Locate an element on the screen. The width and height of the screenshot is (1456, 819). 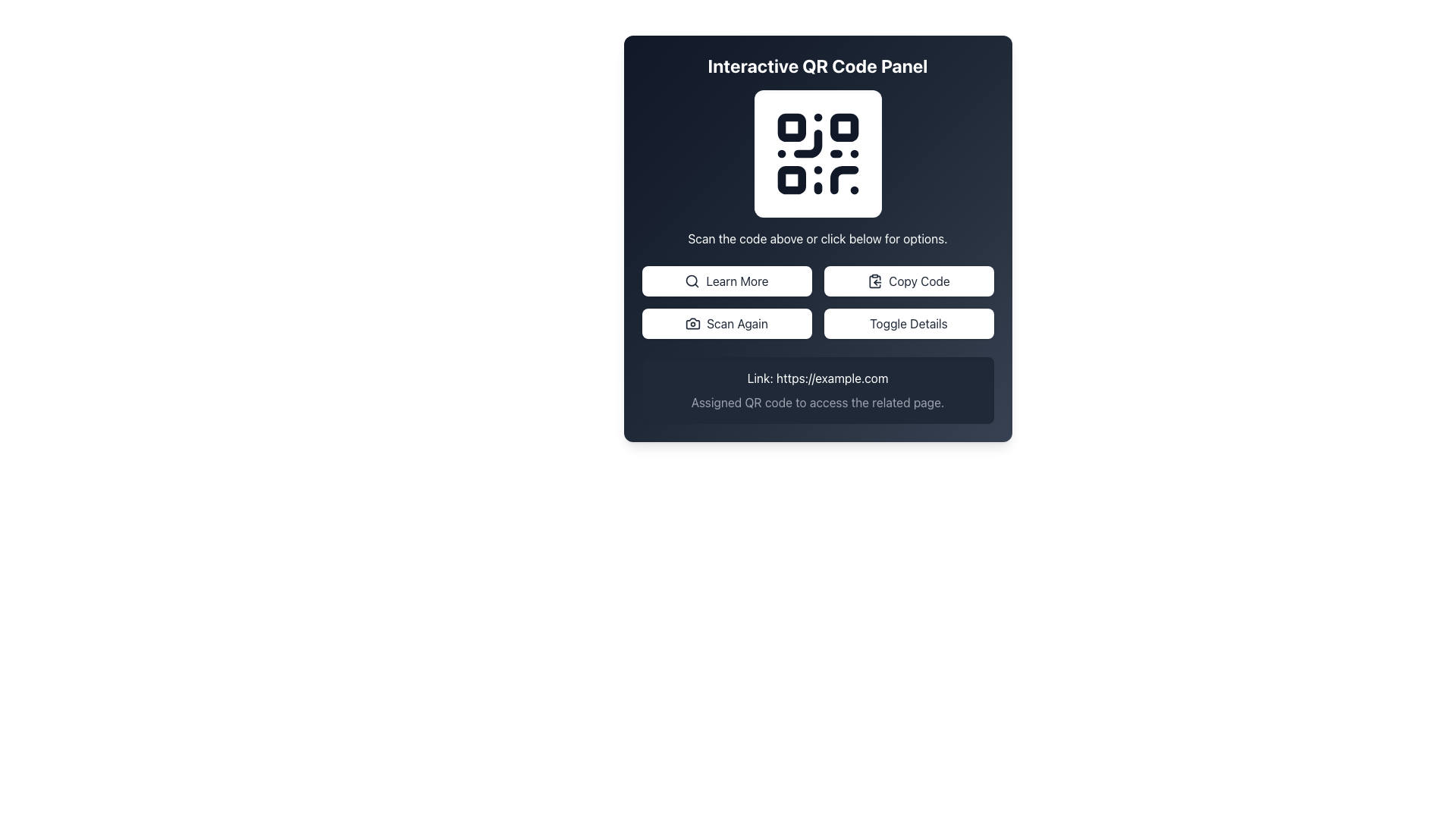
the second button in the grid, located at the top right, to observe the hover effect is located at coordinates (908, 281).